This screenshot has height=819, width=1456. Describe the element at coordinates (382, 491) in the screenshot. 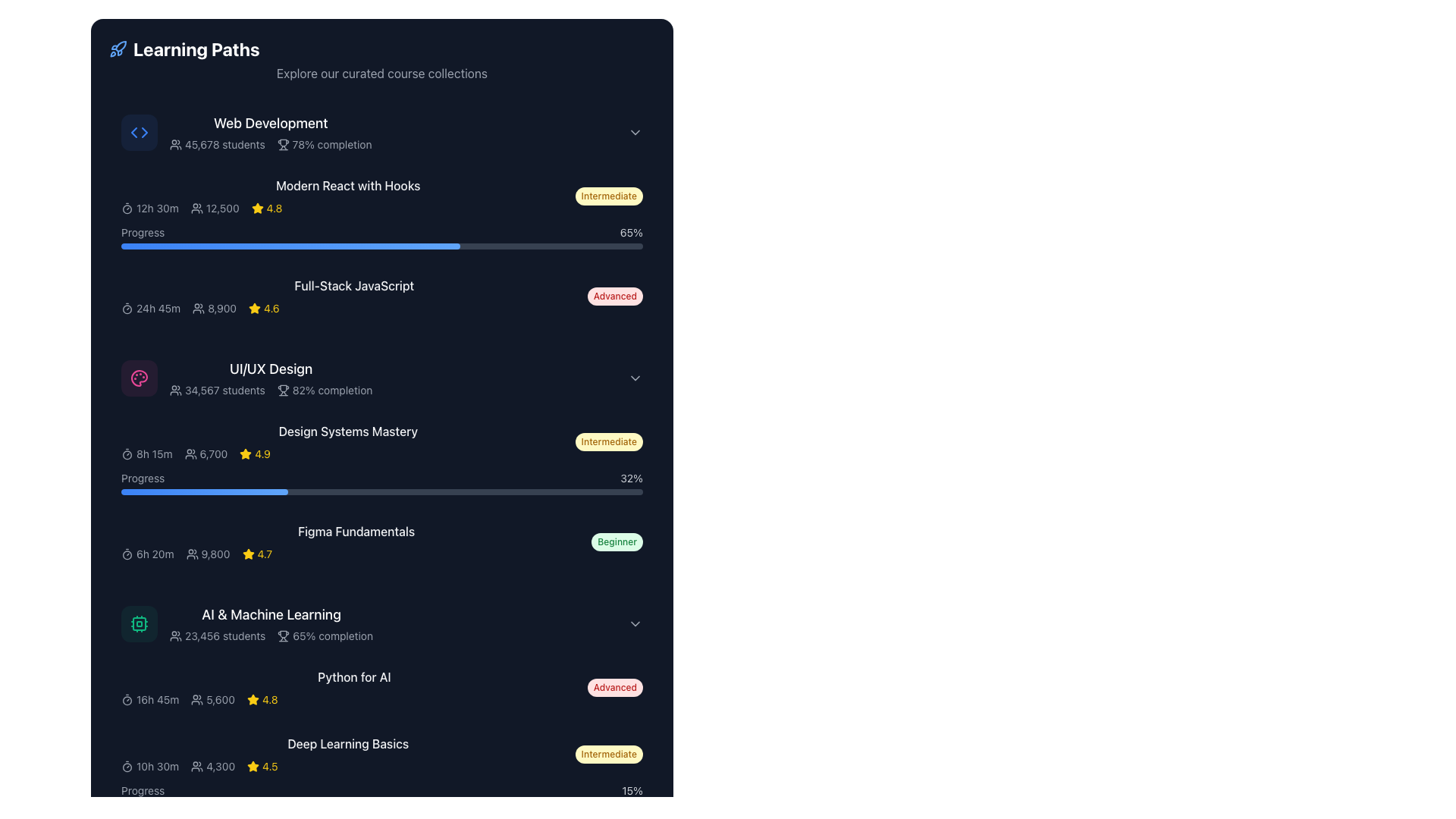

I see `the progress bar indicating 32% completion of the course 'Design Systems Mastery' located under the 'Progress' label` at that location.